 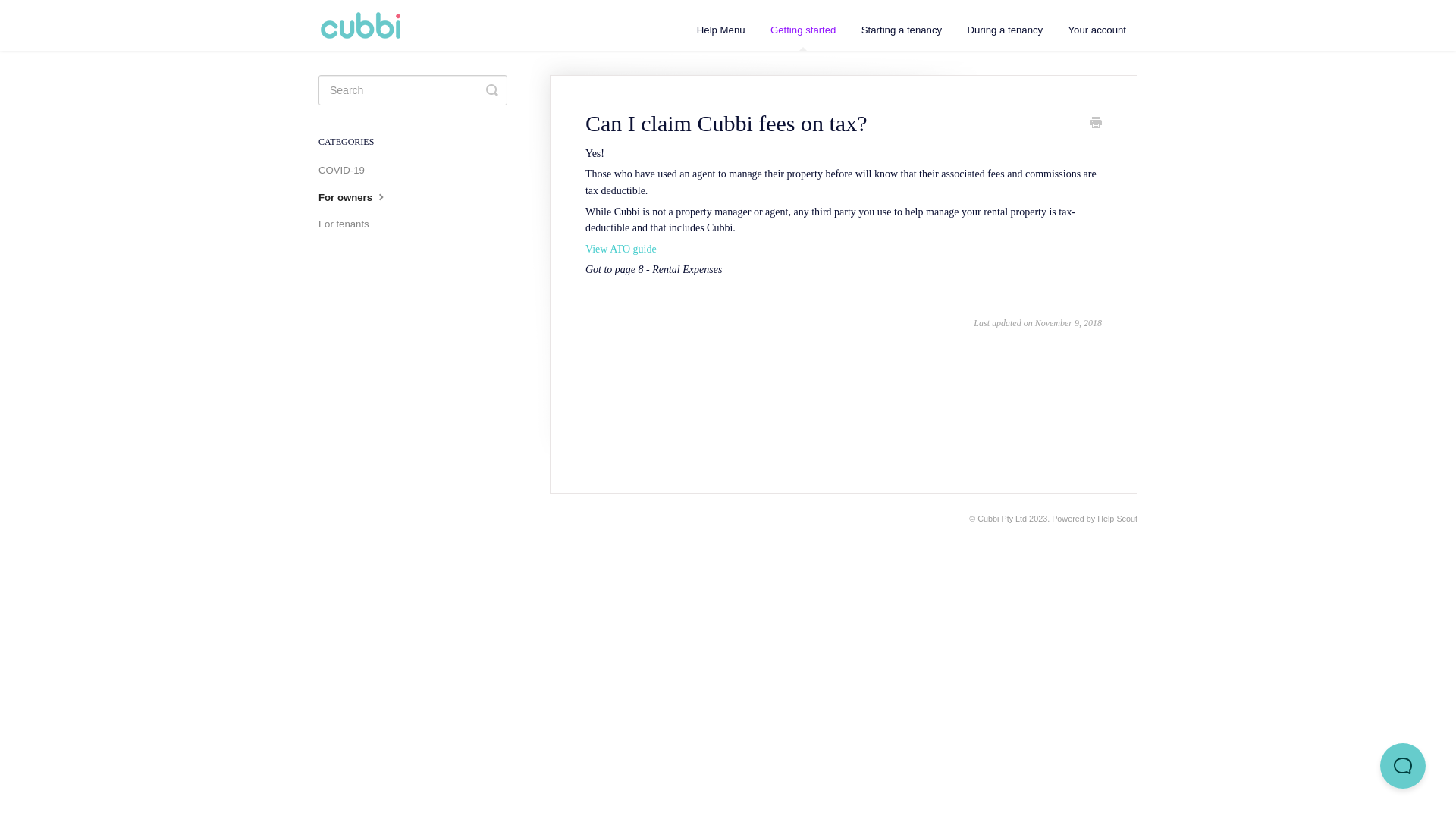 What do you see at coordinates (1095, 124) in the screenshot?
I see `'Print'` at bounding box center [1095, 124].